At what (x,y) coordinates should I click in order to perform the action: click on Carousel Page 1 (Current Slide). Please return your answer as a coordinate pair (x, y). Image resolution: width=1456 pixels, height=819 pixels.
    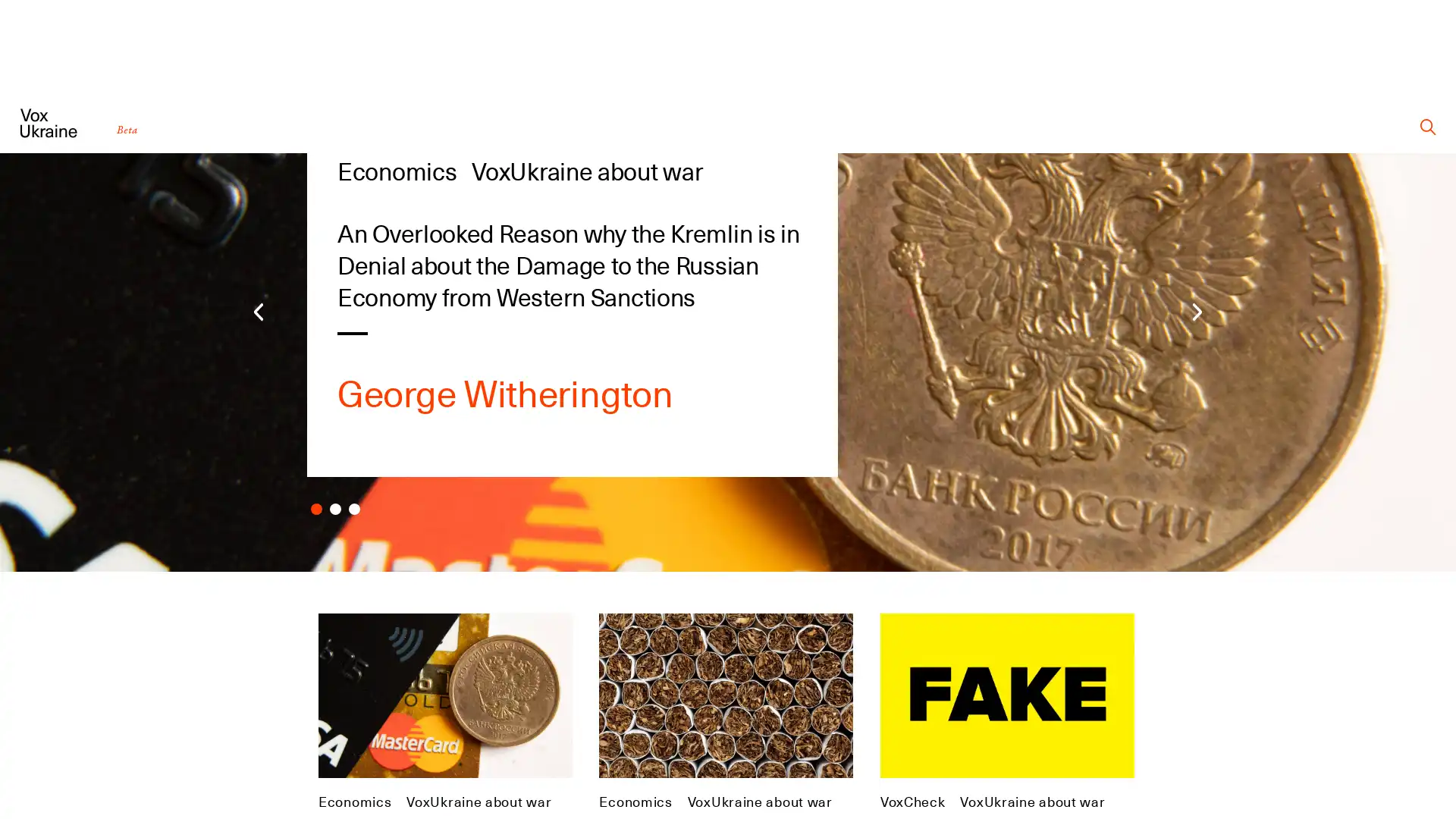
    Looking at the image, I should click on (315, 610).